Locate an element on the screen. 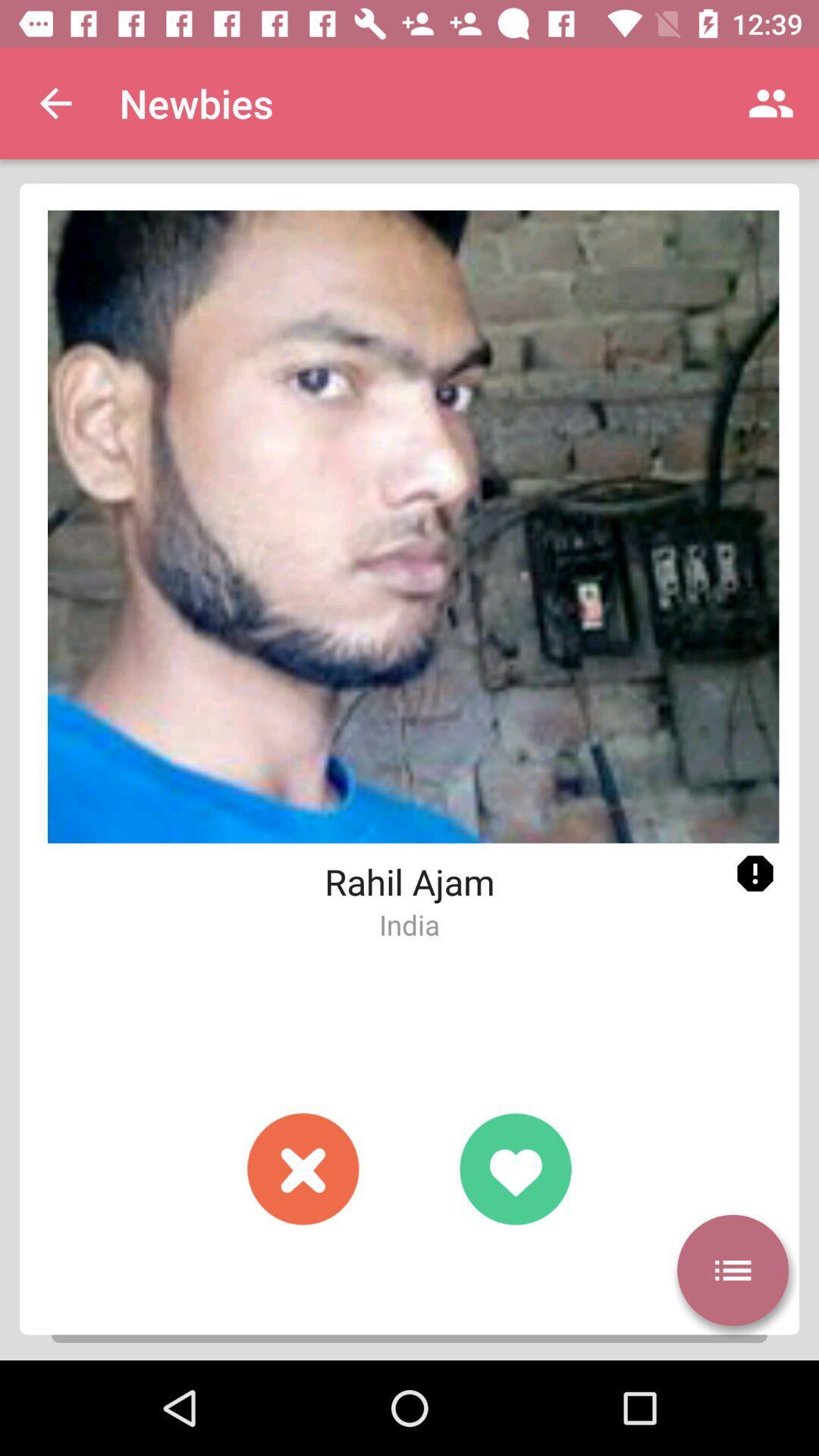 The width and height of the screenshot is (819, 1456). like is located at coordinates (514, 1168).